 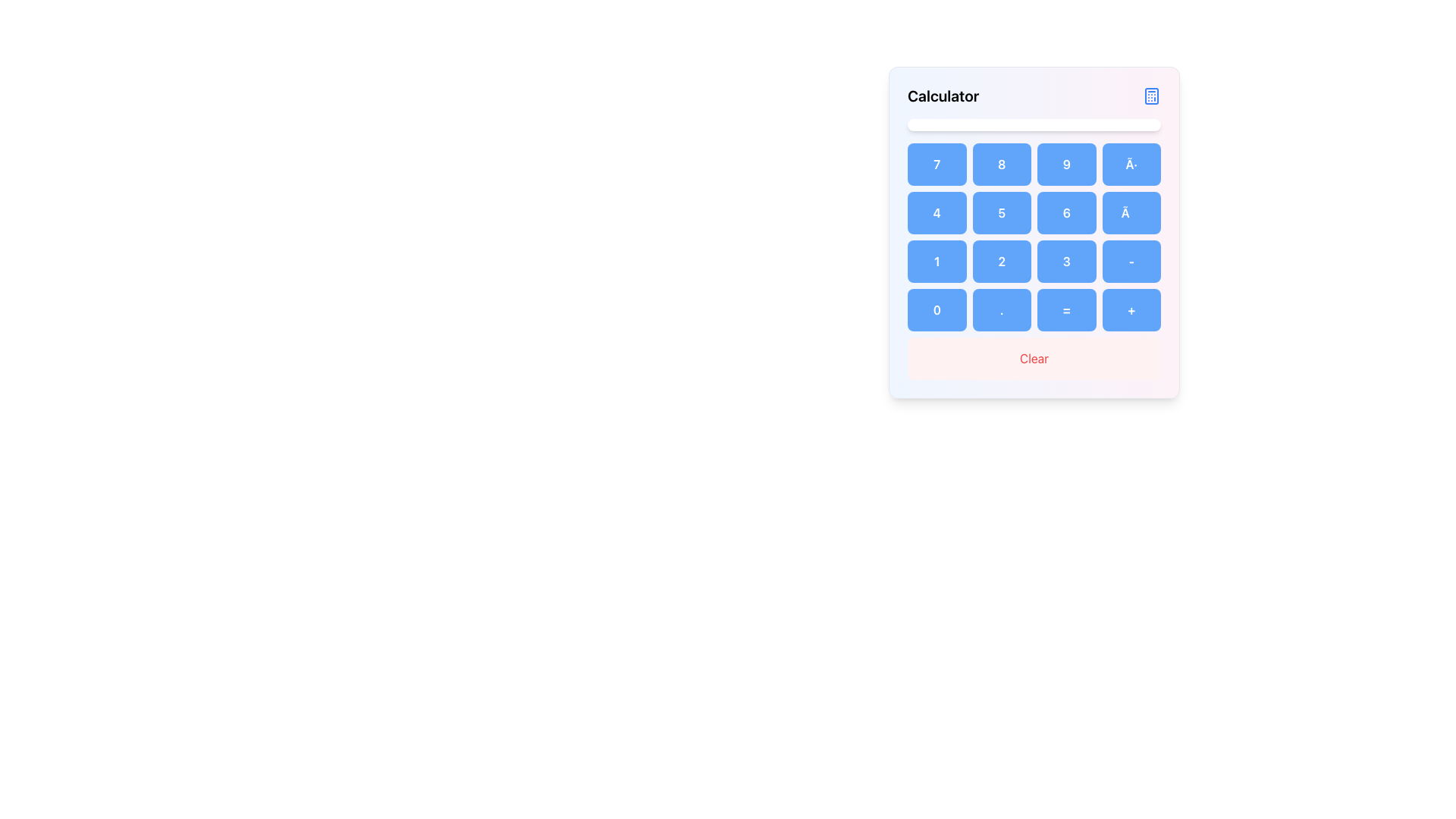 What do you see at coordinates (936, 213) in the screenshot?
I see `the blue square button displaying the number '4' in white, bold text, located in the second row and first column of the numeric keypad` at bounding box center [936, 213].